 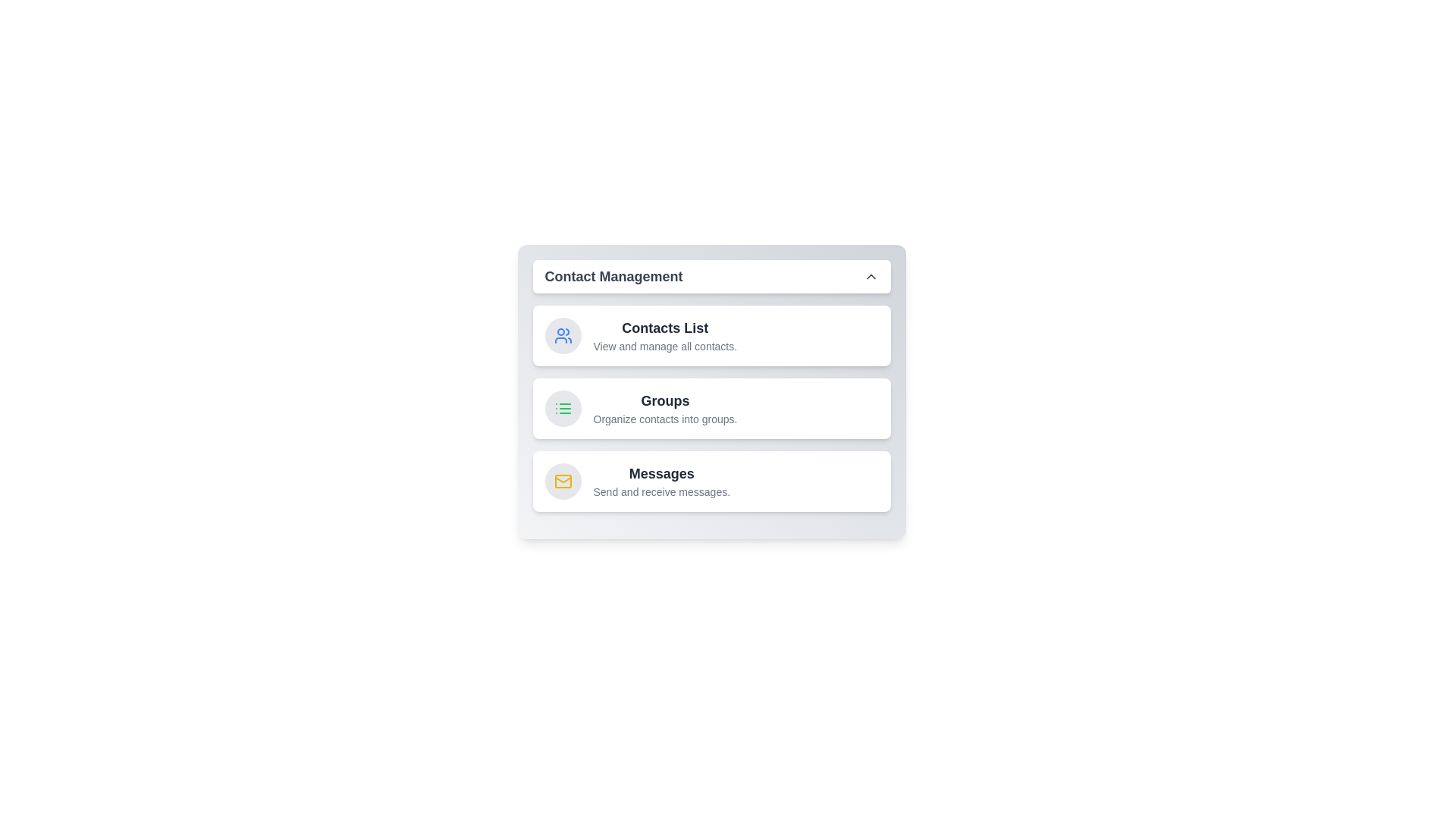 What do you see at coordinates (562, 482) in the screenshot?
I see `the icon of the menu item Messages to interact with it` at bounding box center [562, 482].